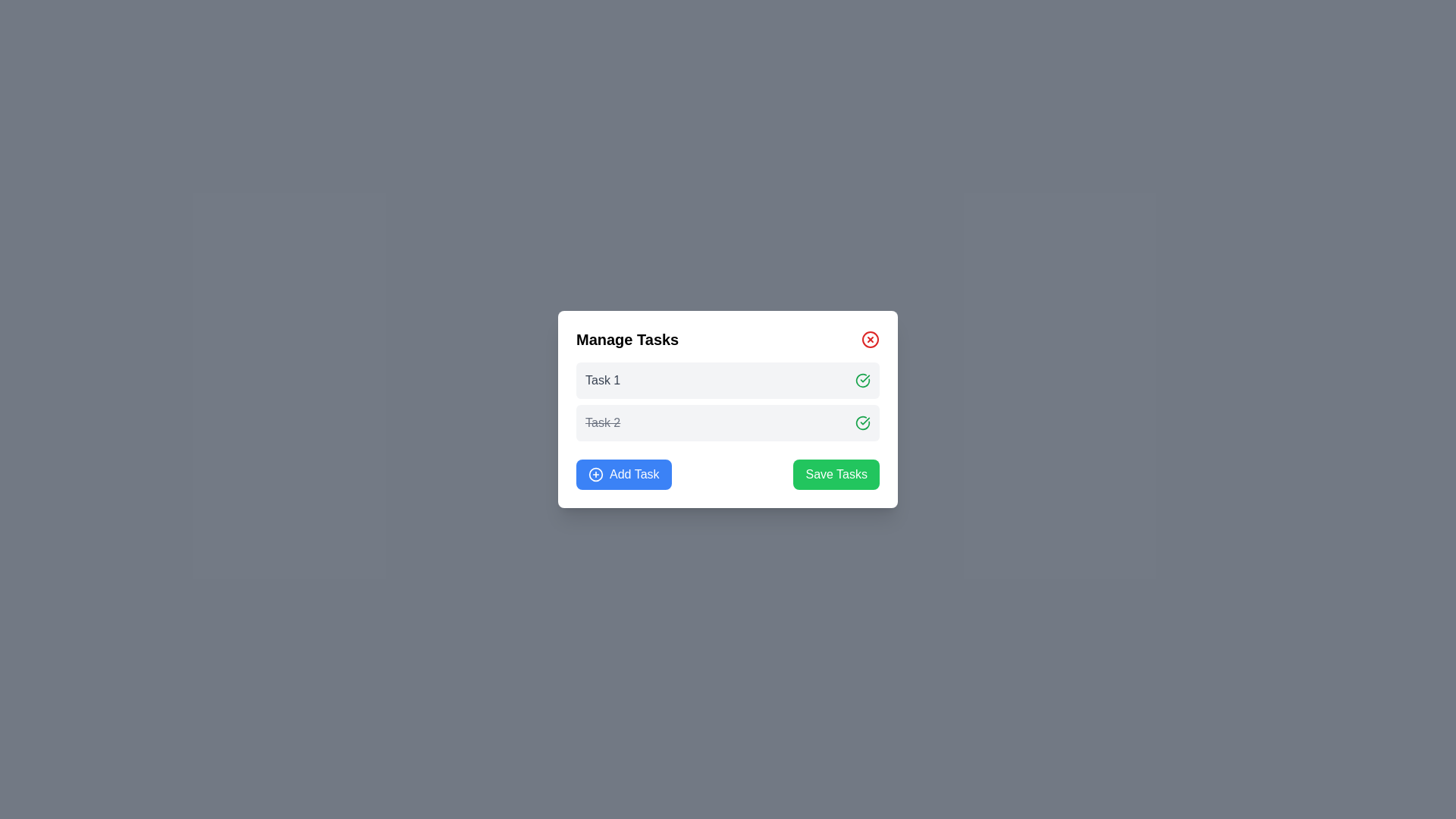 The image size is (1456, 819). I want to click on the text element representing 'Task 2', which is styled with a line-through decoration and gray color, indicating it as completed, so click(602, 423).